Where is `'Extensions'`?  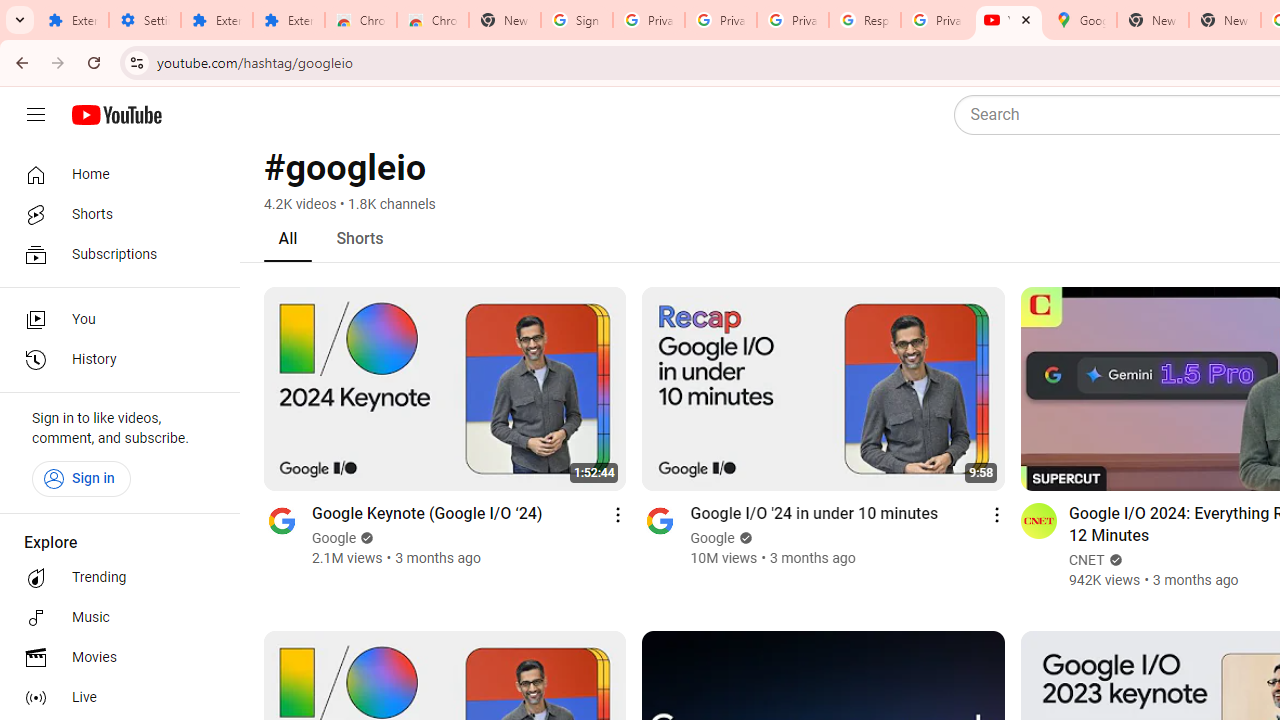 'Extensions' is located at coordinates (216, 20).